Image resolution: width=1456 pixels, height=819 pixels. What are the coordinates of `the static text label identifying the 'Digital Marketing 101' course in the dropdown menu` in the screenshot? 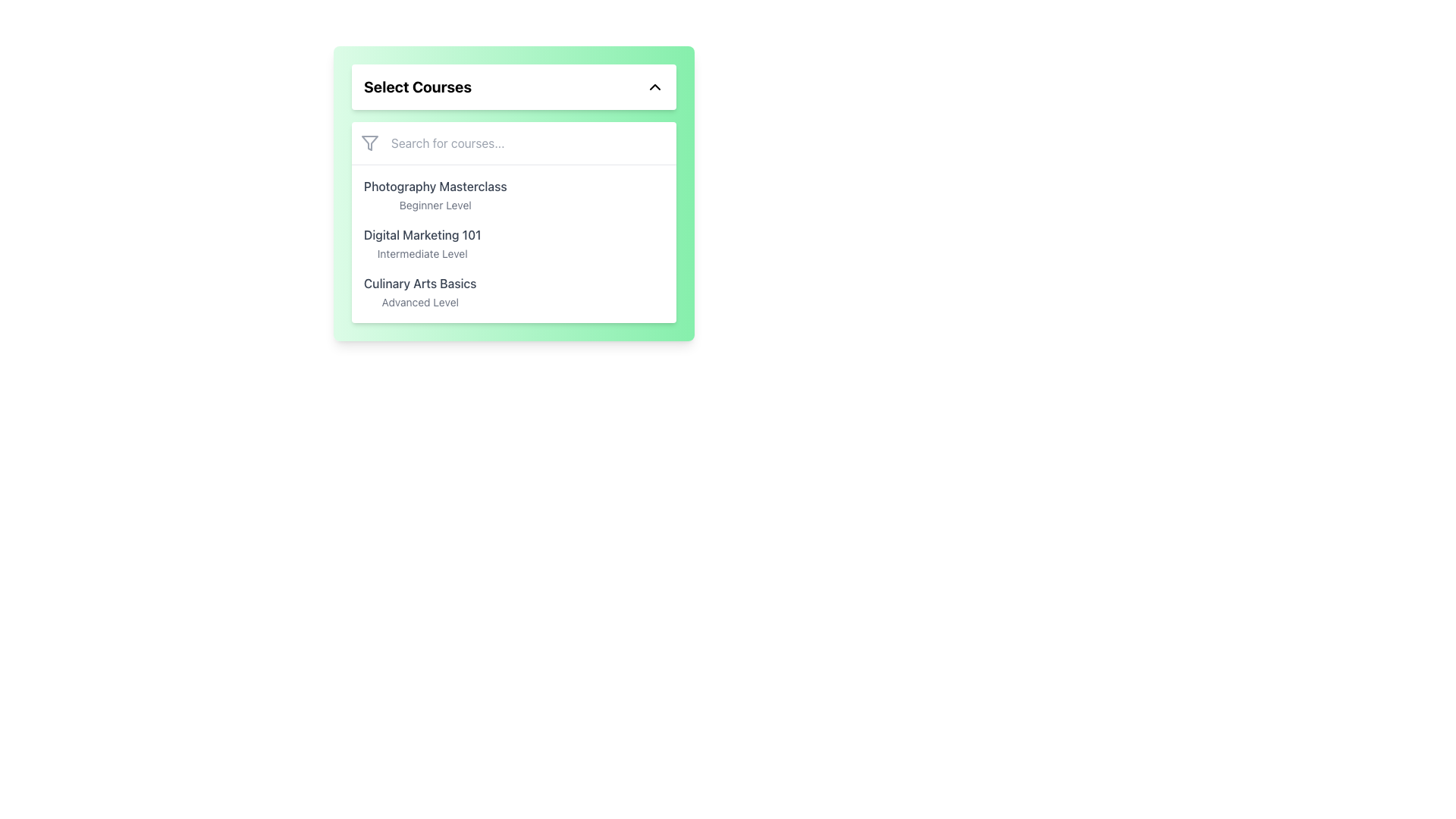 It's located at (422, 234).